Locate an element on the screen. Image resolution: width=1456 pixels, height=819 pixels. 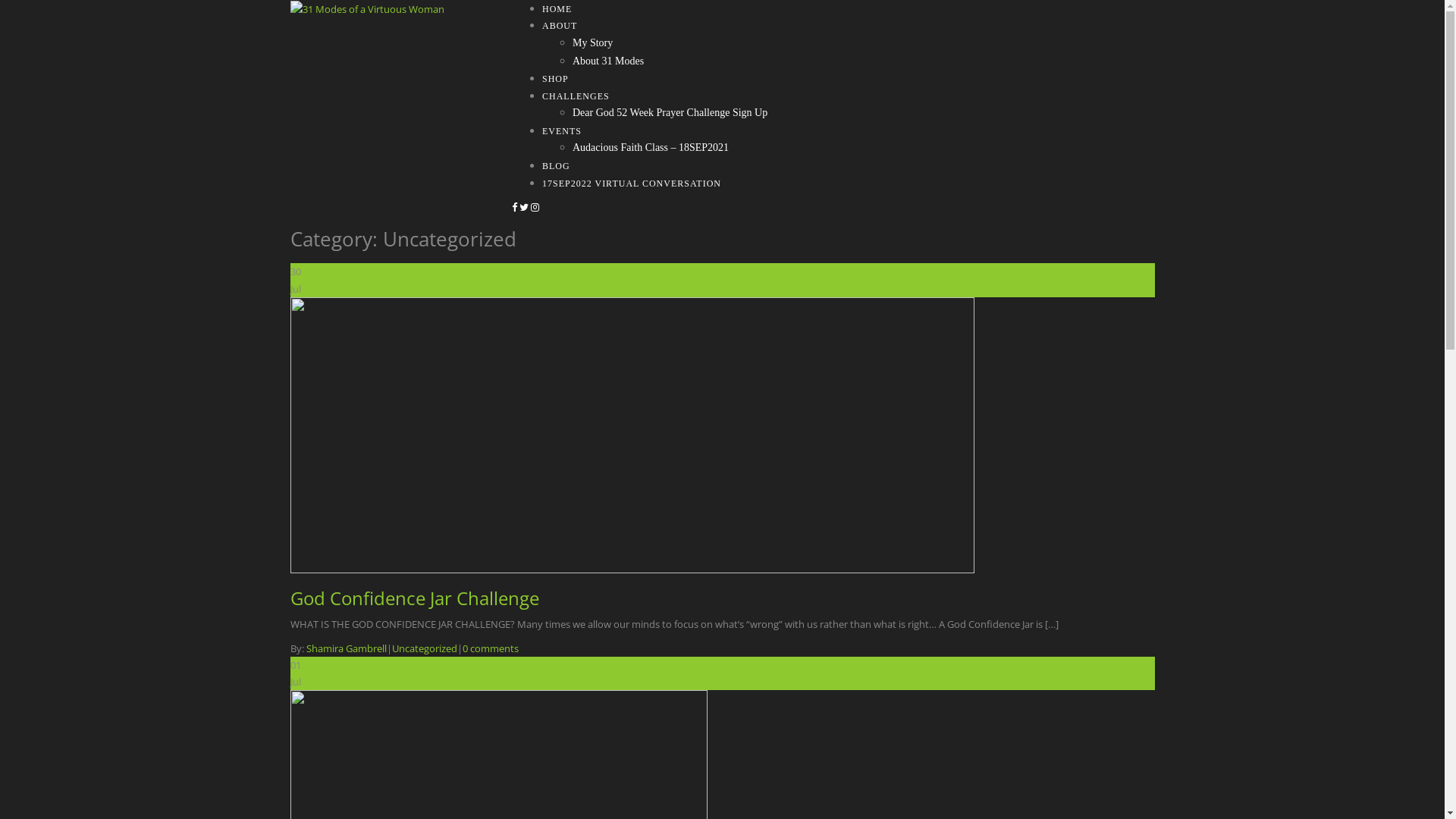
'About 31 Modes' is located at coordinates (607, 60).